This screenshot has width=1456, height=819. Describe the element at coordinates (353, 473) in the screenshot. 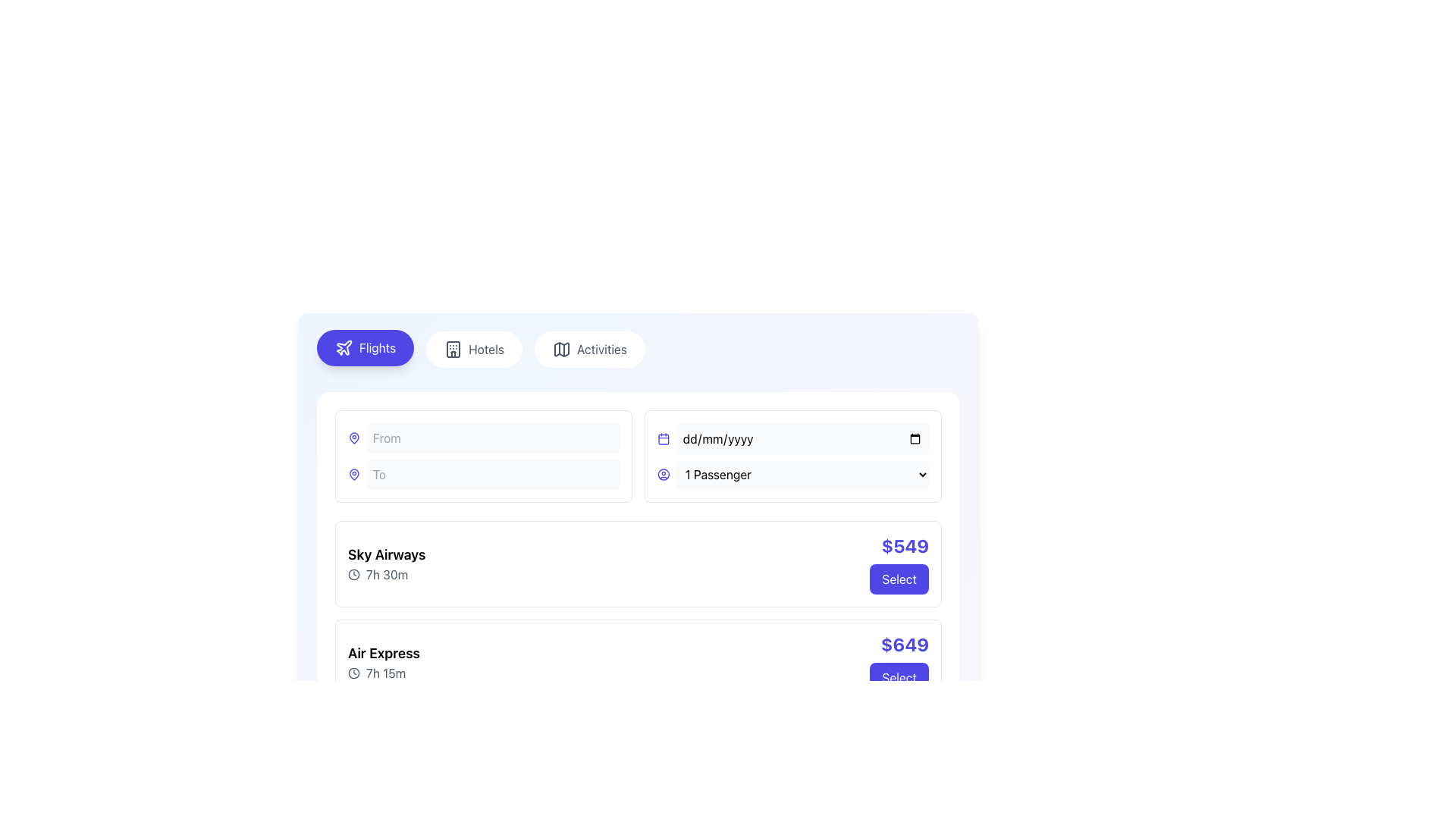

I see `the location pin icon, which is a blue vector representation located to the left of the 'From' input field in the search section of the UI` at that location.